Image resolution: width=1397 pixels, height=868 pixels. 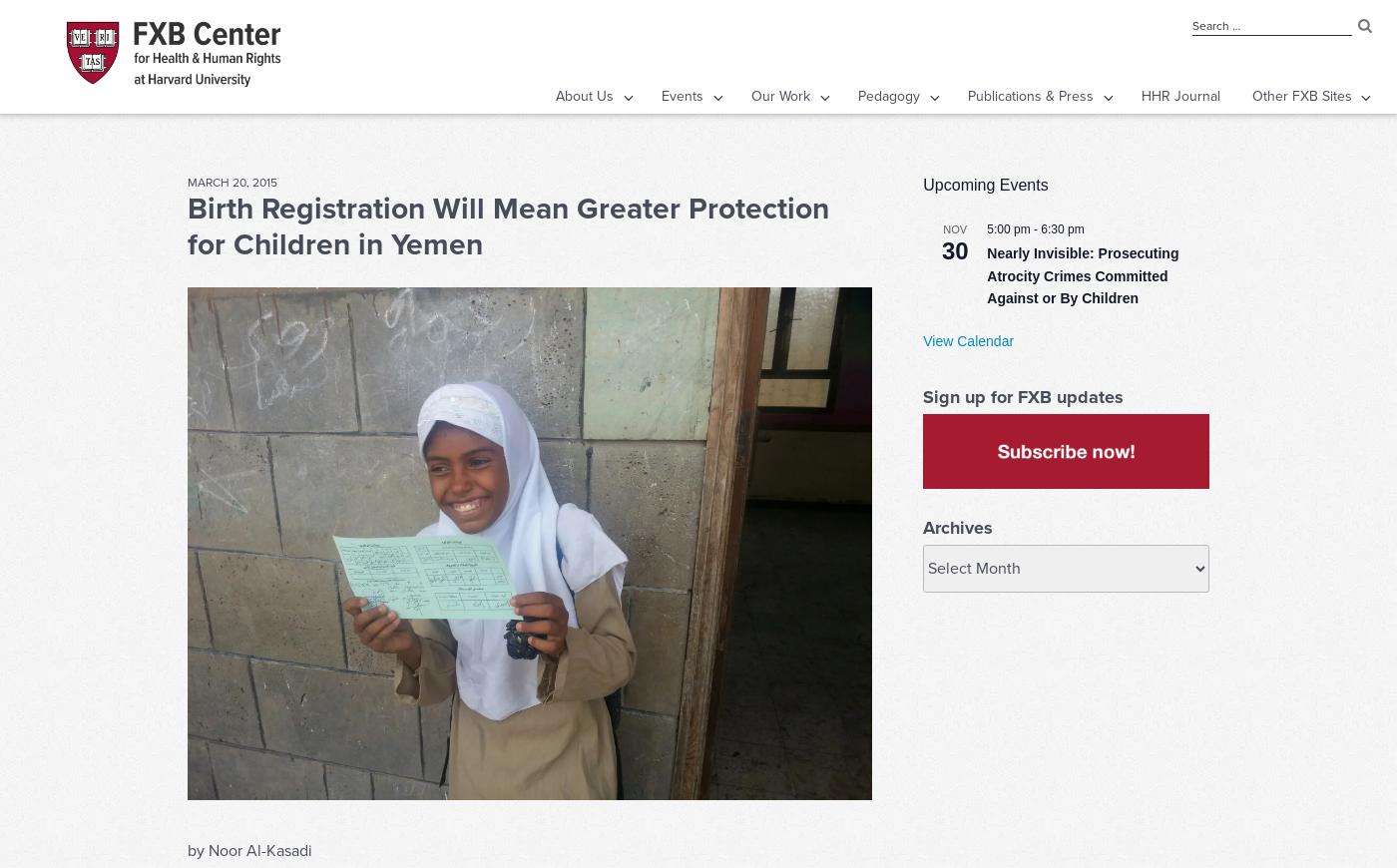 I want to click on 'Selected Past Case Studies', so click(x=716, y=325).